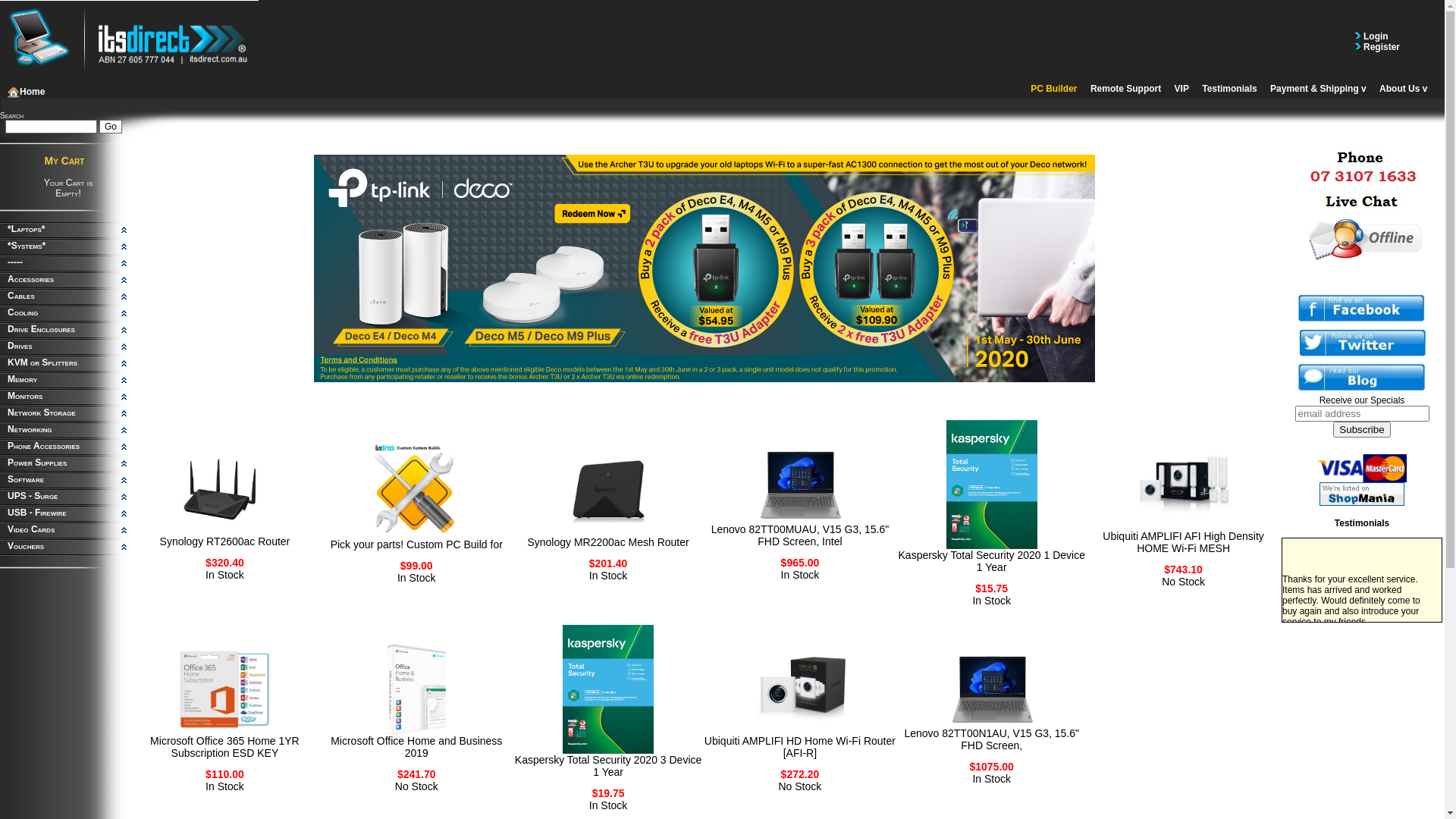 The width and height of the screenshot is (1456, 819). What do you see at coordinates (1375, 34) in the screenshot?
I see `'Login'` at bounding box center [1375, 34].